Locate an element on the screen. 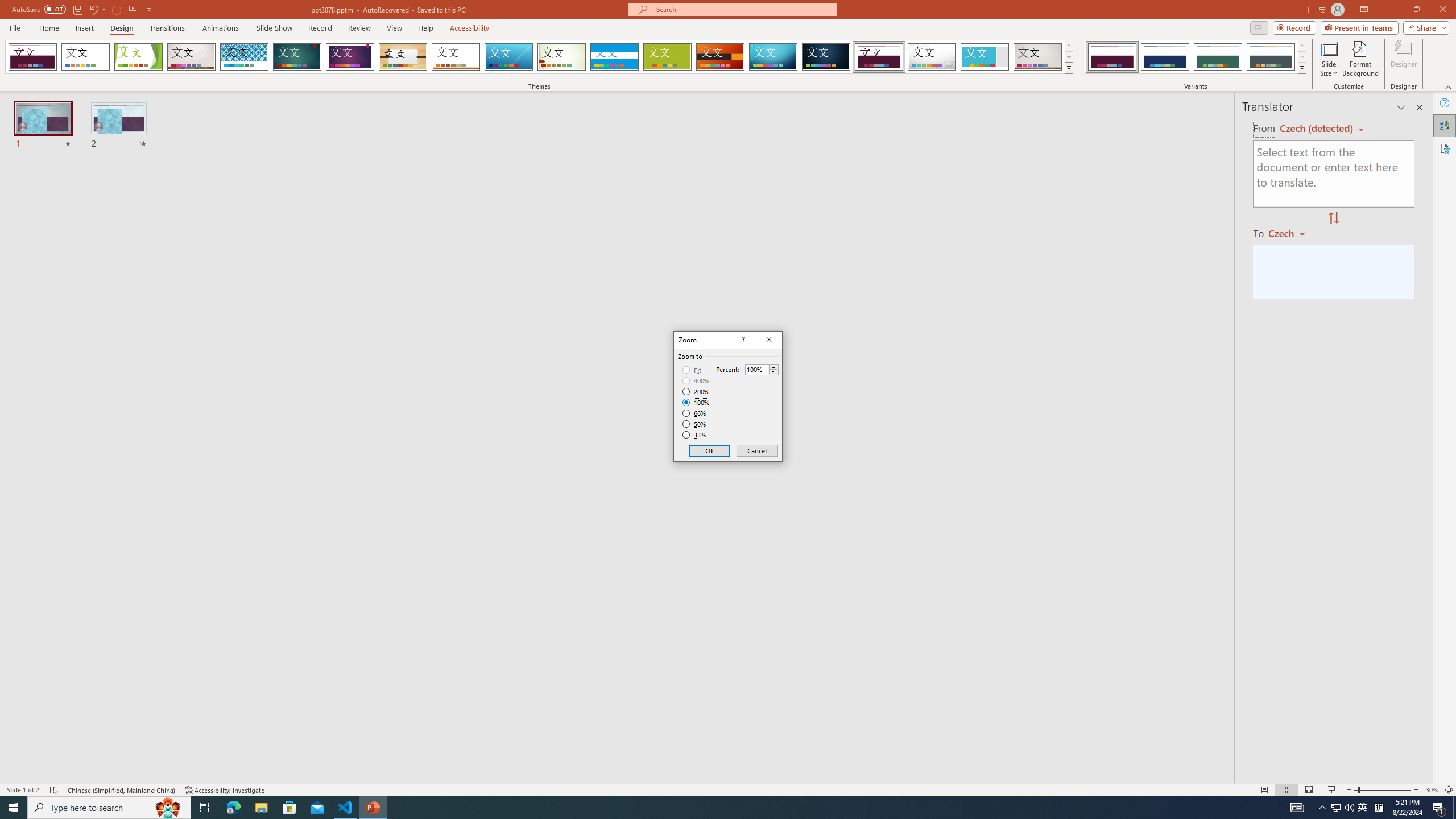 Image resolution: width=1456 pixels, height=819 pixels. 'Comments' is located at coordinates (1259, 27).